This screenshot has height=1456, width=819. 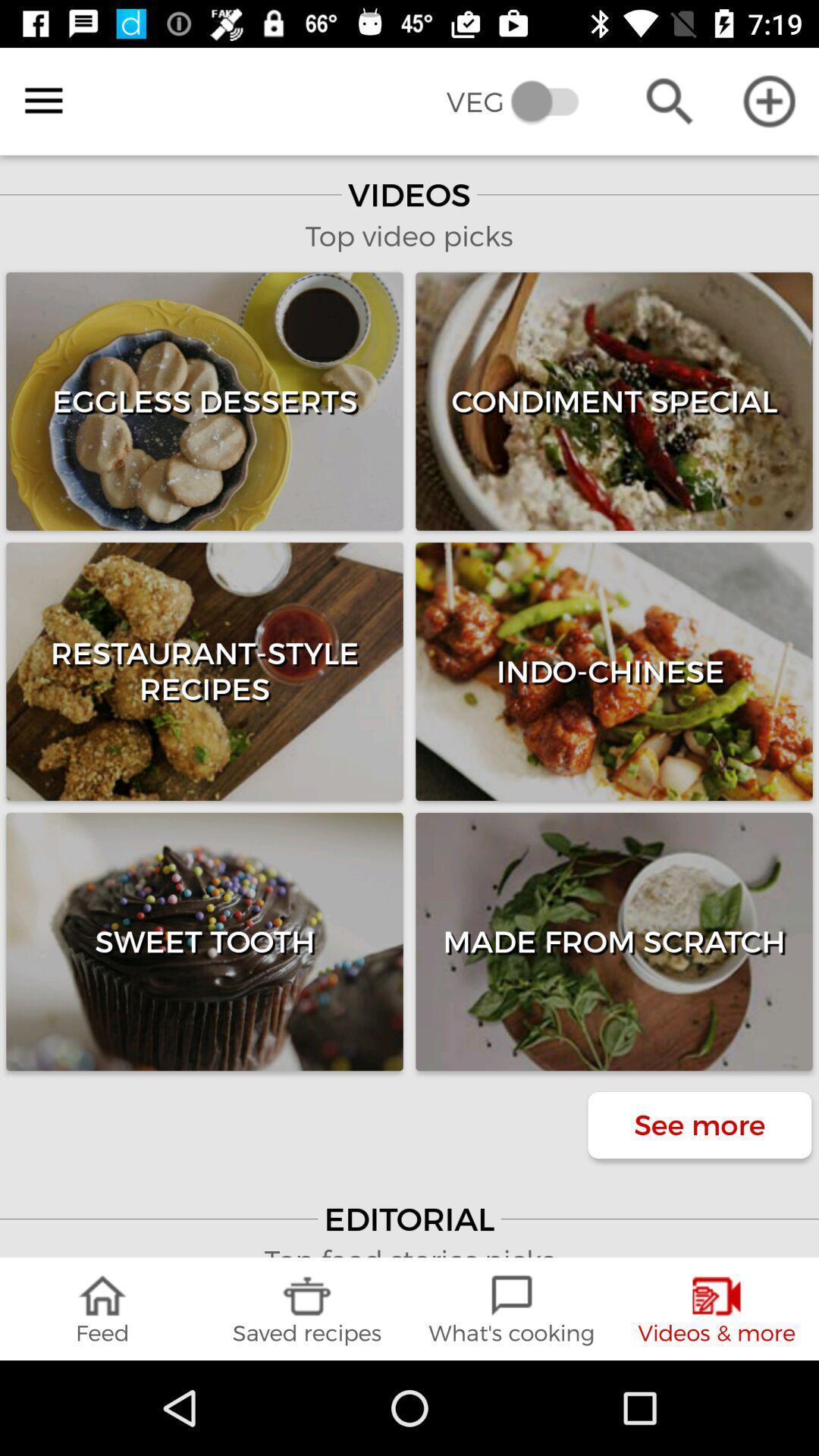 I want to click on item to the right of the saved recipes item, so click(x=512, y=1308).